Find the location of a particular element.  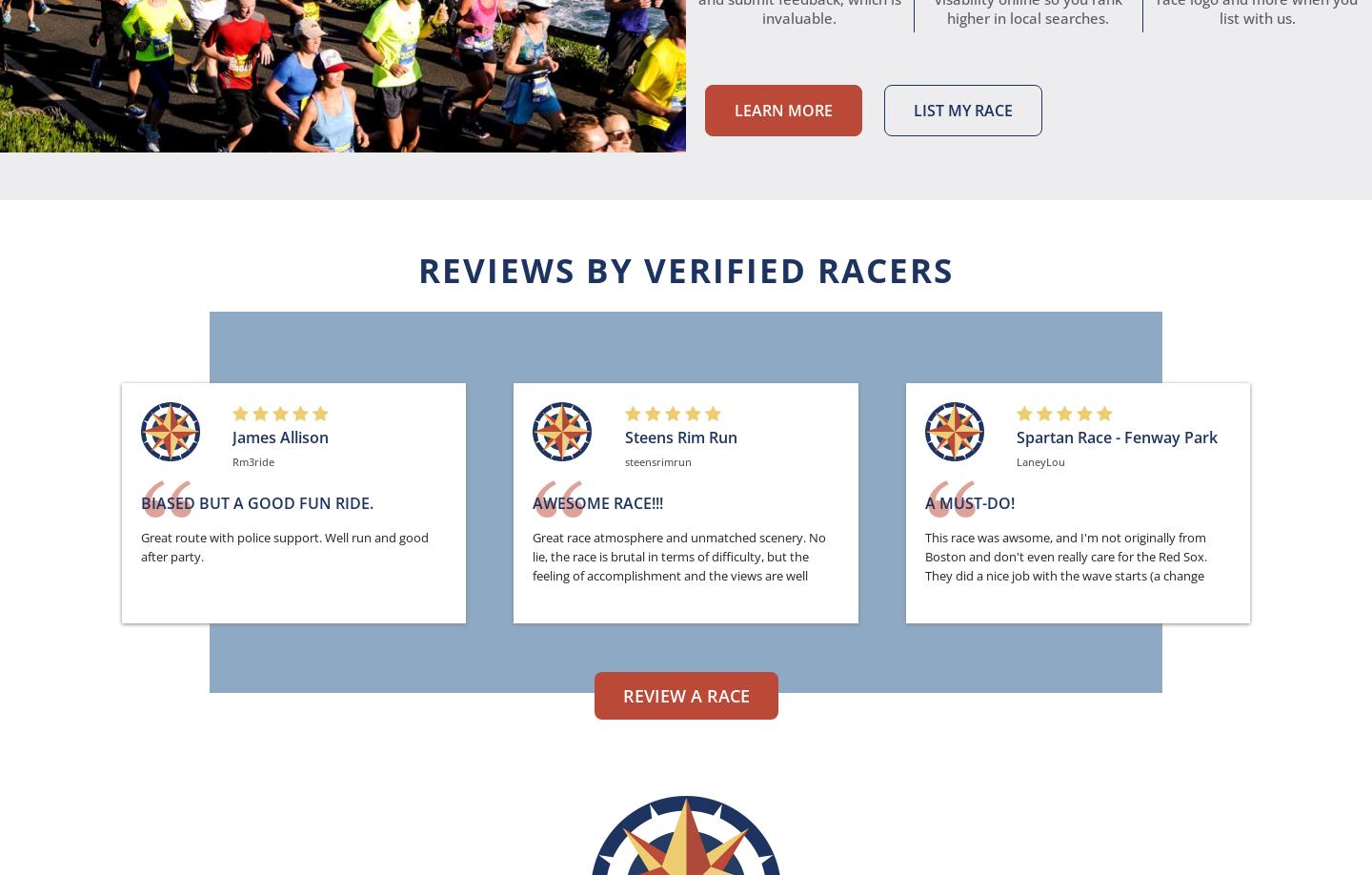

'A Must-Do!' is located at coordinates (968, 503).